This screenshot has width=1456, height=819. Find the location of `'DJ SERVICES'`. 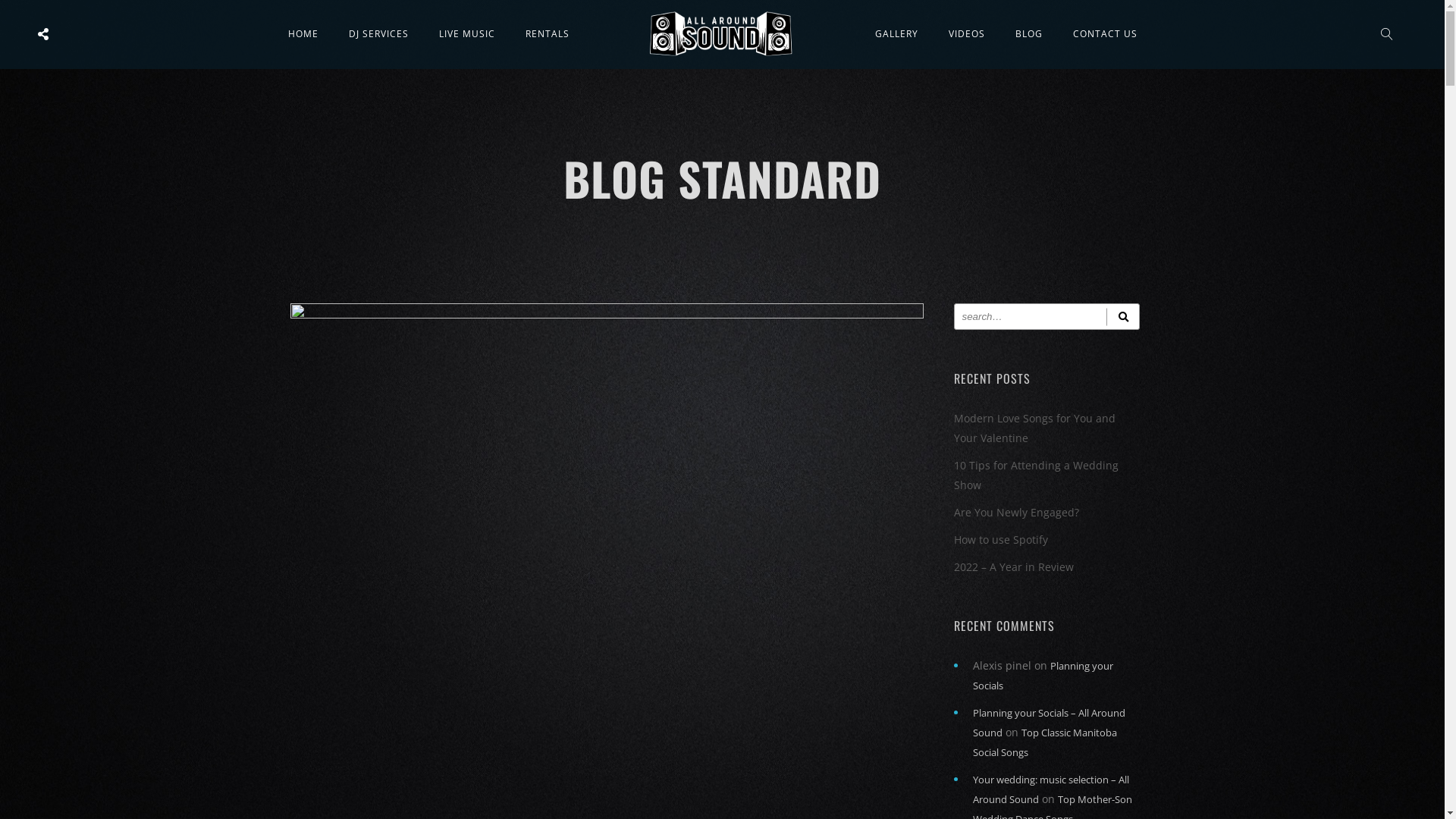

'DJ SERVICES' is located at coordinates (378, 33).